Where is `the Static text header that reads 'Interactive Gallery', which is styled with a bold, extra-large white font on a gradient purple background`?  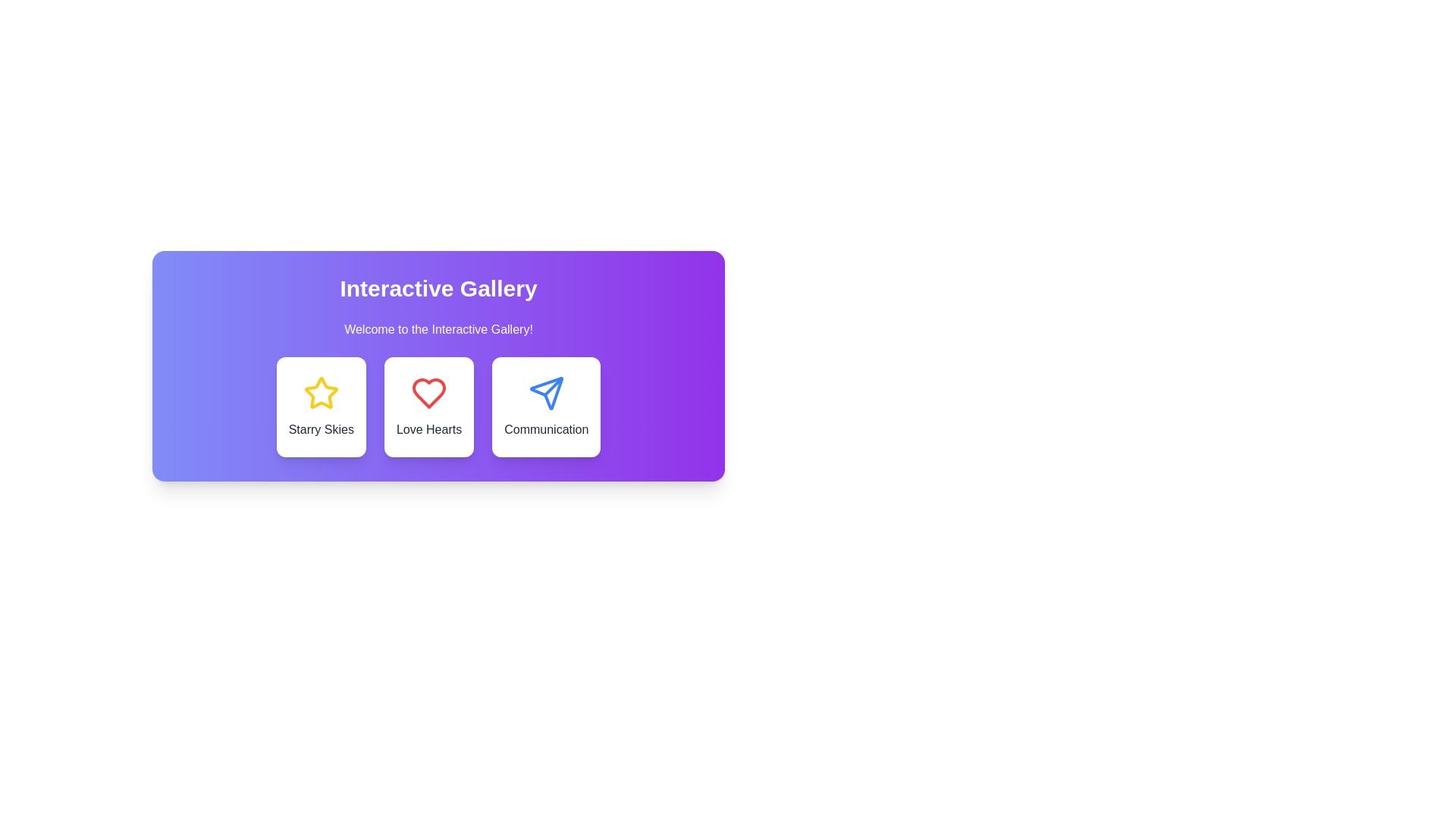 the Static text header that reads 'Interactive Gallery', which is styled with a bold, extra-large white font on a gradient purple background is located at coordinates (438, 289).